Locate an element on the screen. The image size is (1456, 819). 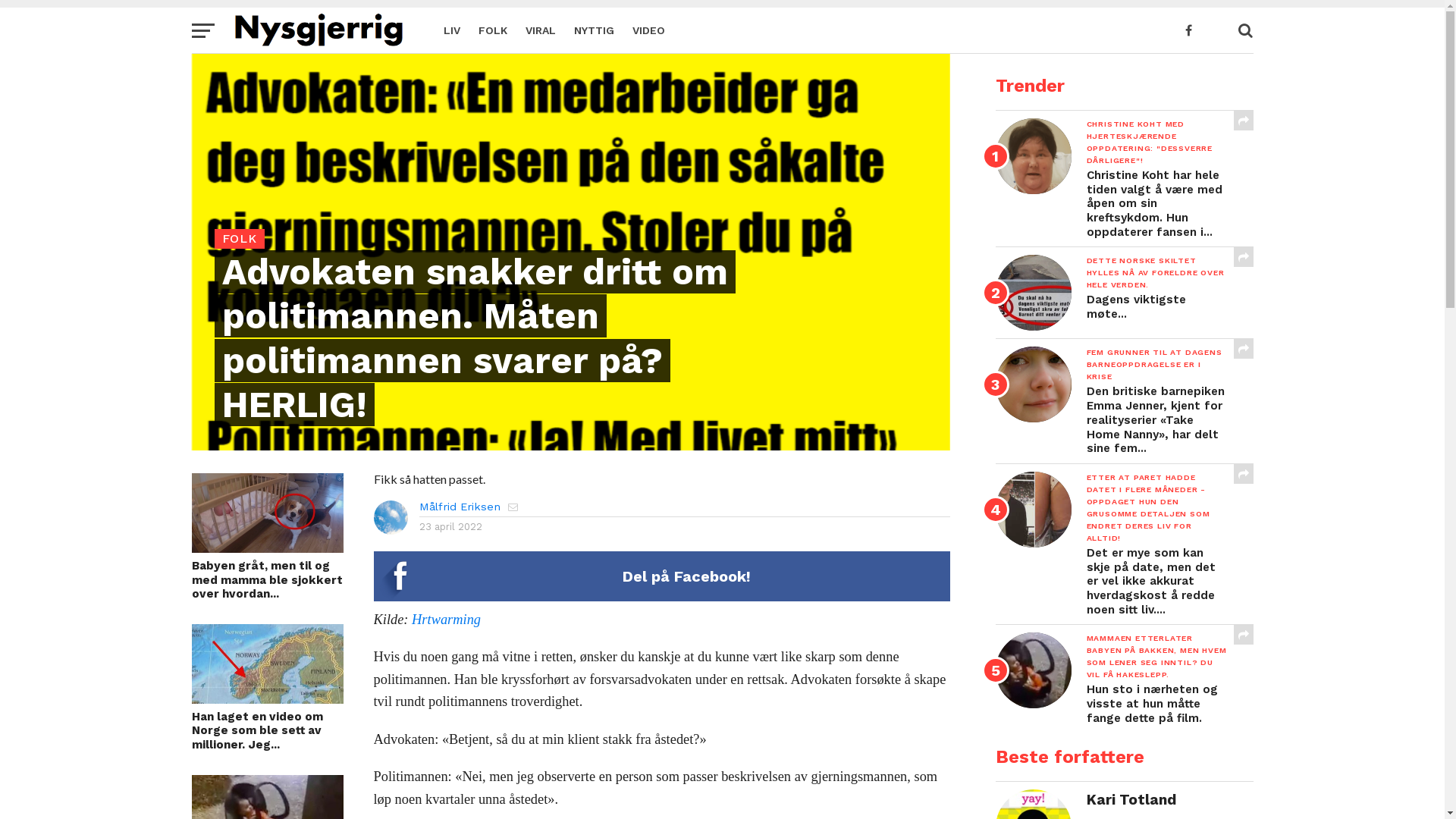
'FOLK' is located at coordinates (491, 30).